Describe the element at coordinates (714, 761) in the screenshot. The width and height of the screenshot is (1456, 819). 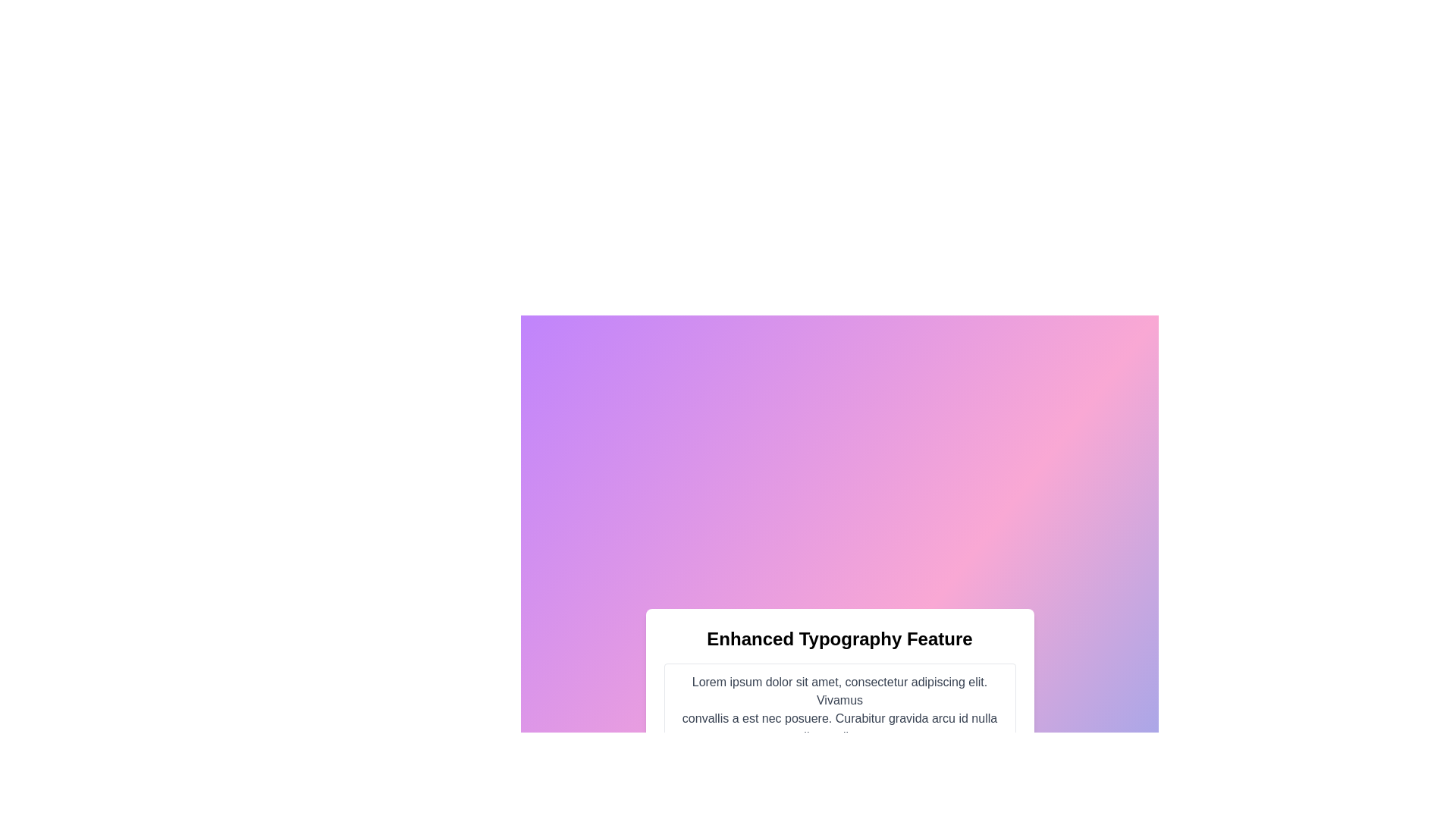
I see `the interactive link located at the bottom of the displayed interface, contained within a rounded, bordered, light background box` at that location.